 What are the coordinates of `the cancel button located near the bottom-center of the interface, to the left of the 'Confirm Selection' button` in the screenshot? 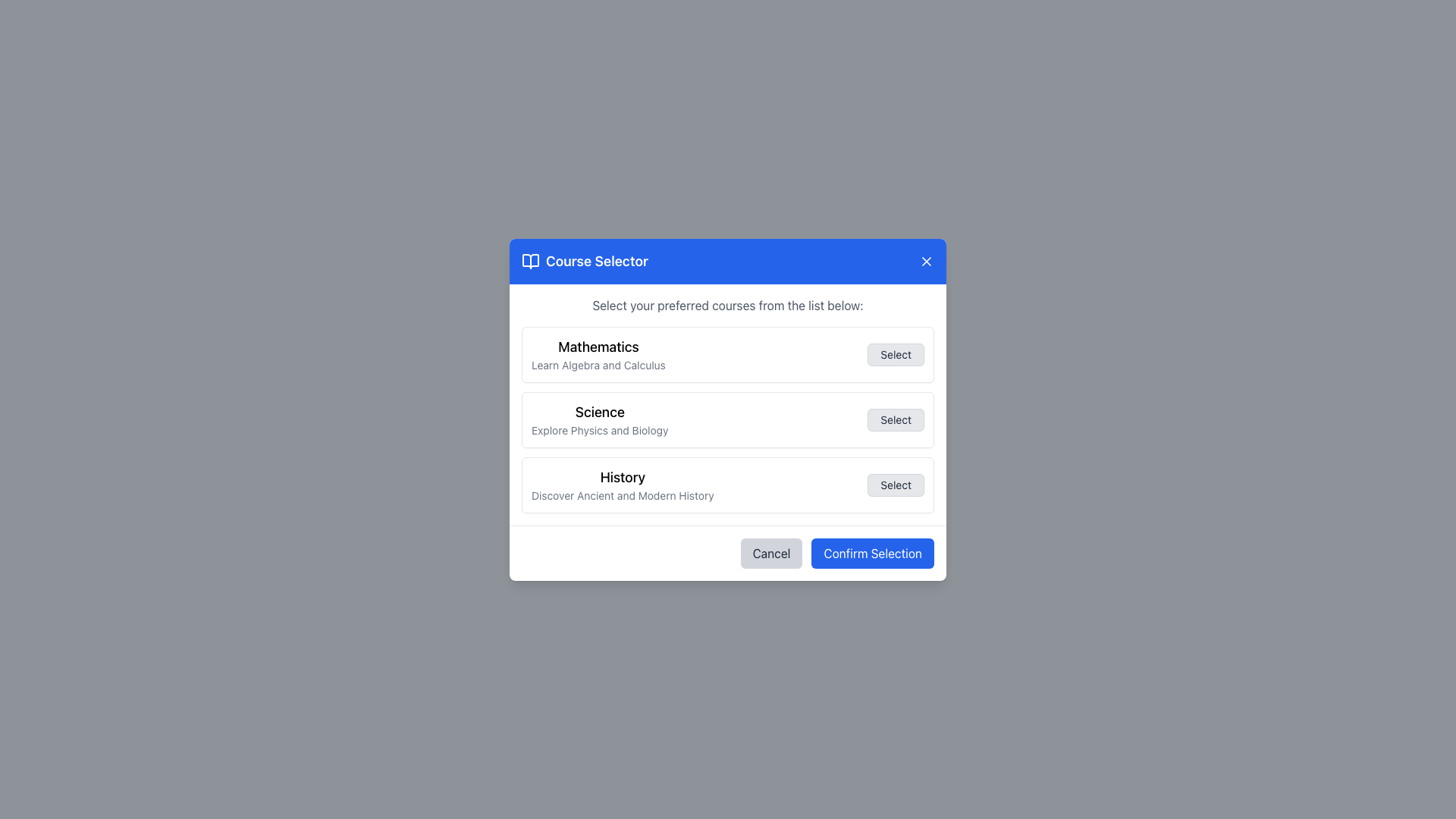 It's located at (771, 553).